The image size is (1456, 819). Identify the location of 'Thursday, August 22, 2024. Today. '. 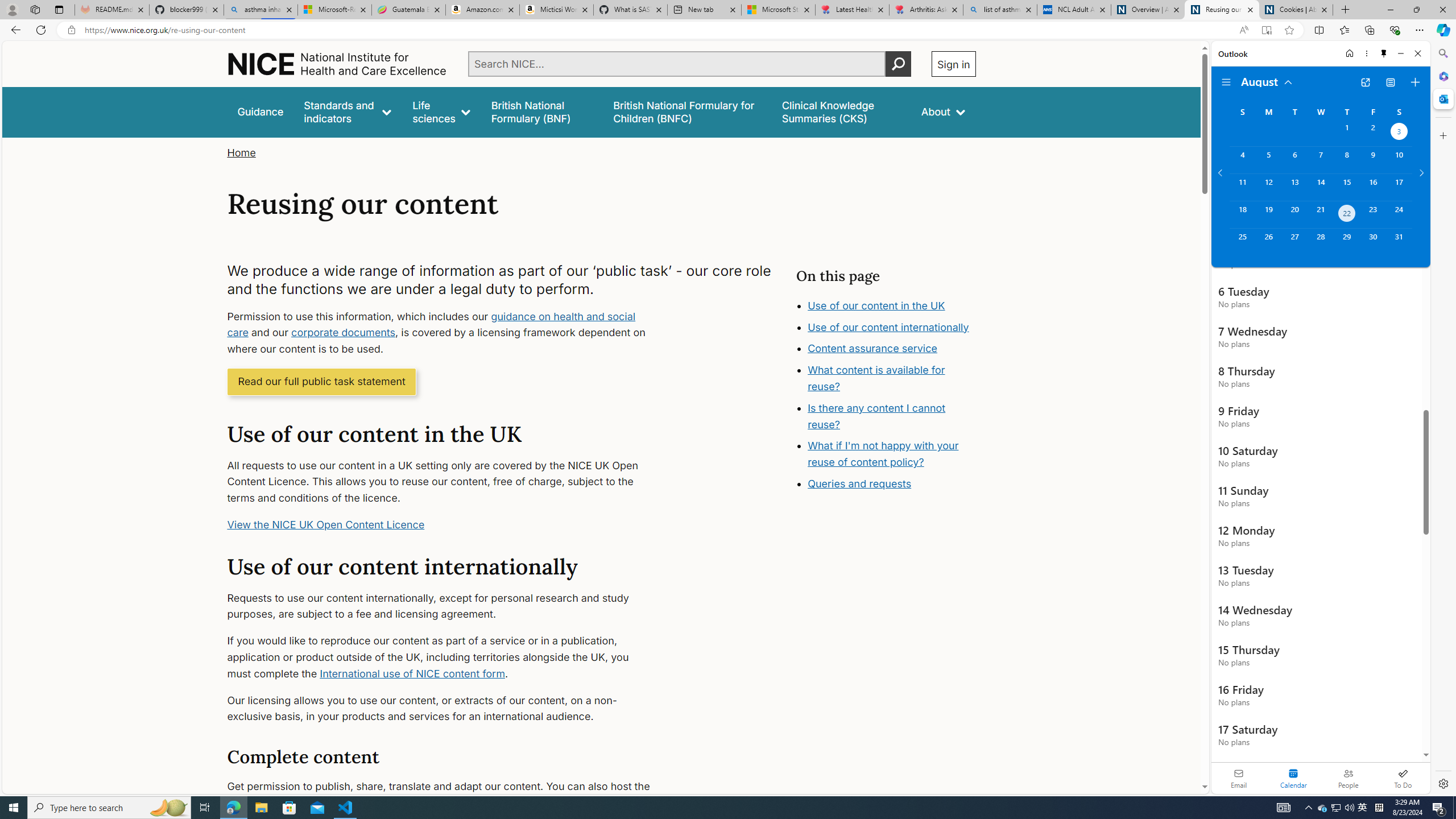
(1347, 214).